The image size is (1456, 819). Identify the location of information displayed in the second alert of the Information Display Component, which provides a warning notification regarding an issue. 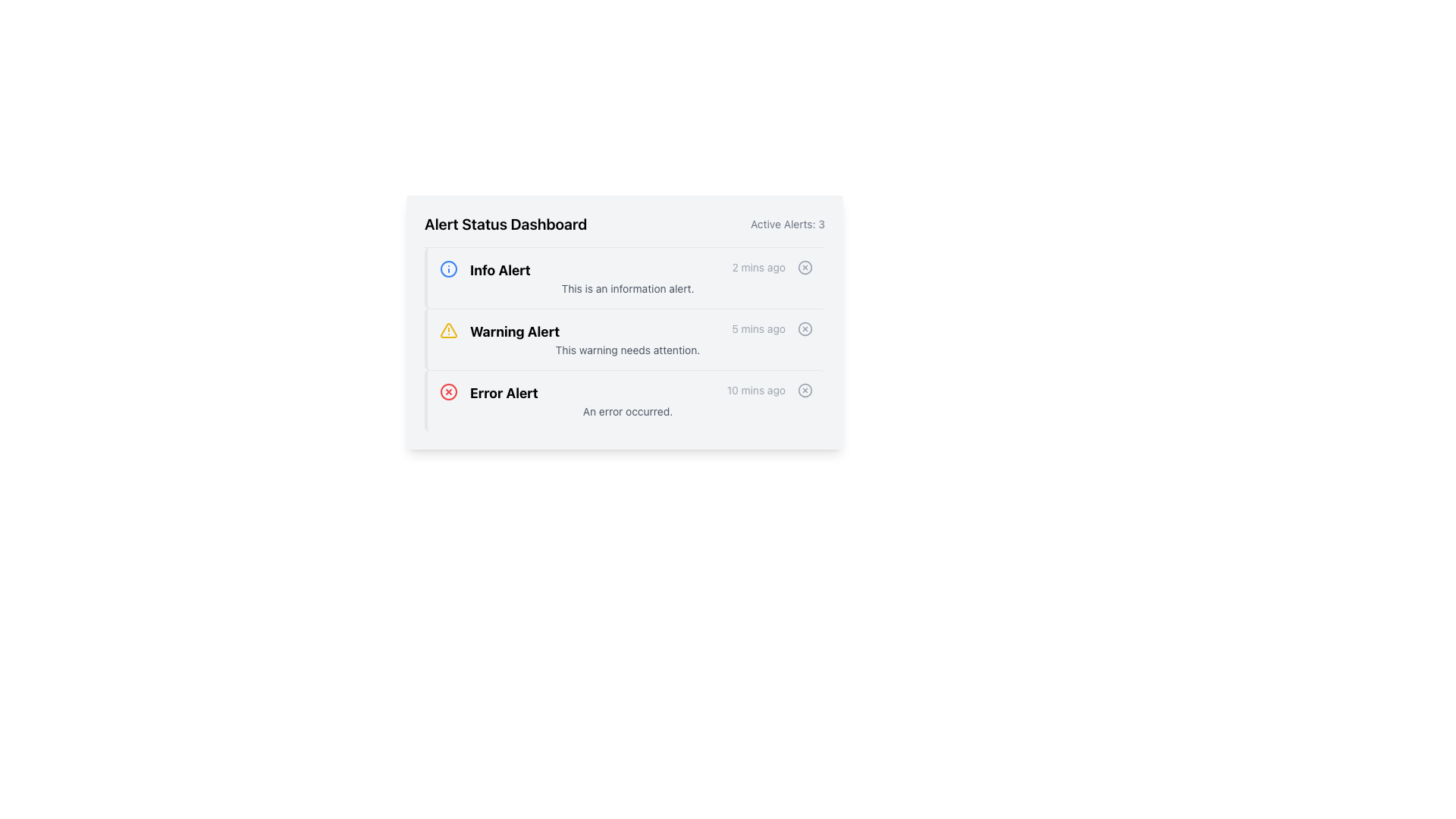
(628, 338).